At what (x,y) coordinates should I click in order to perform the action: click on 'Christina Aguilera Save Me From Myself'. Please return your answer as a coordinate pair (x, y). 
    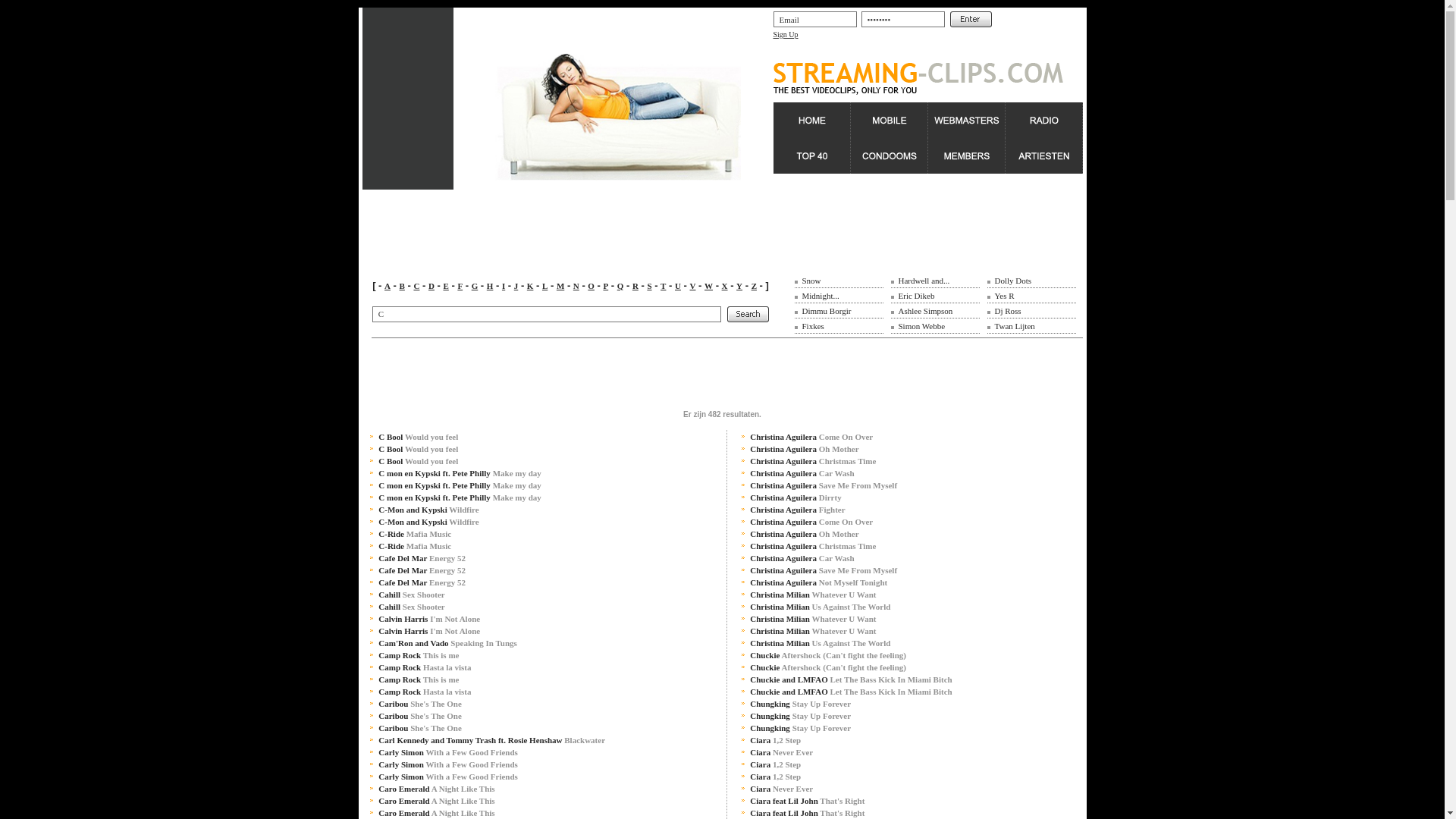
    Looking at the image, I should click on (822, 485).